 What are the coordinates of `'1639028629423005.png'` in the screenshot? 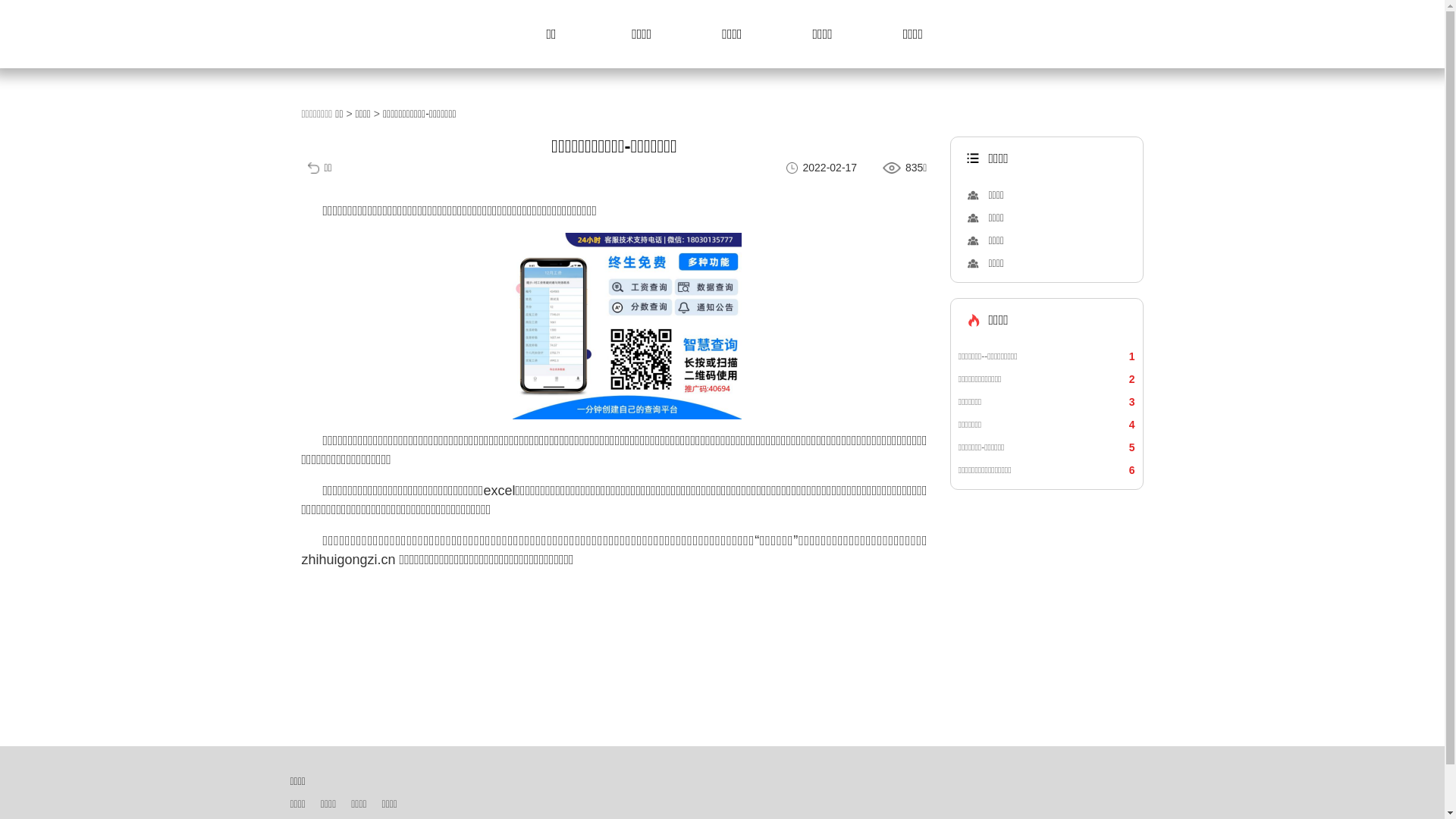 It's located at (626, 325).